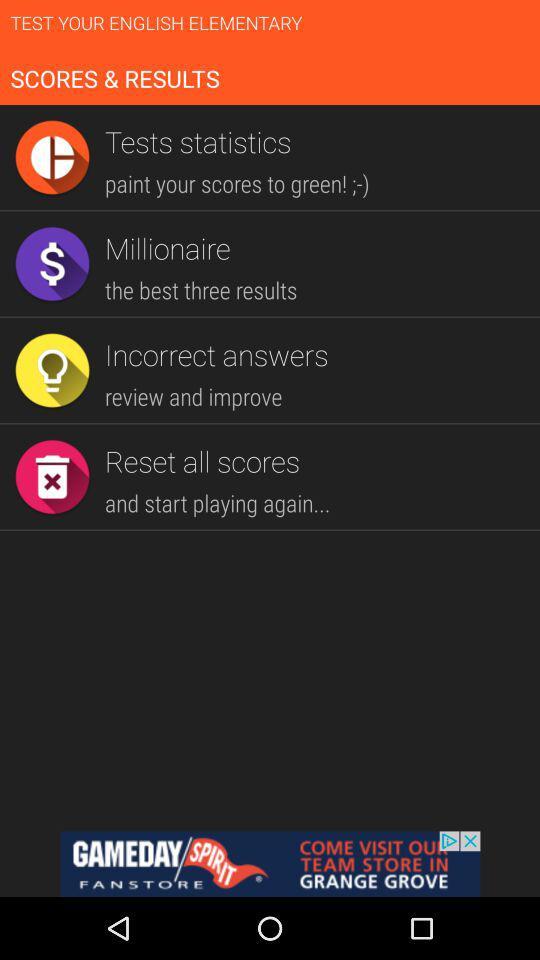  What do you see at coordinates (270, 863) in the screenshot?
I see `goes to advertiser 's website` at bounding box center [270, 863].